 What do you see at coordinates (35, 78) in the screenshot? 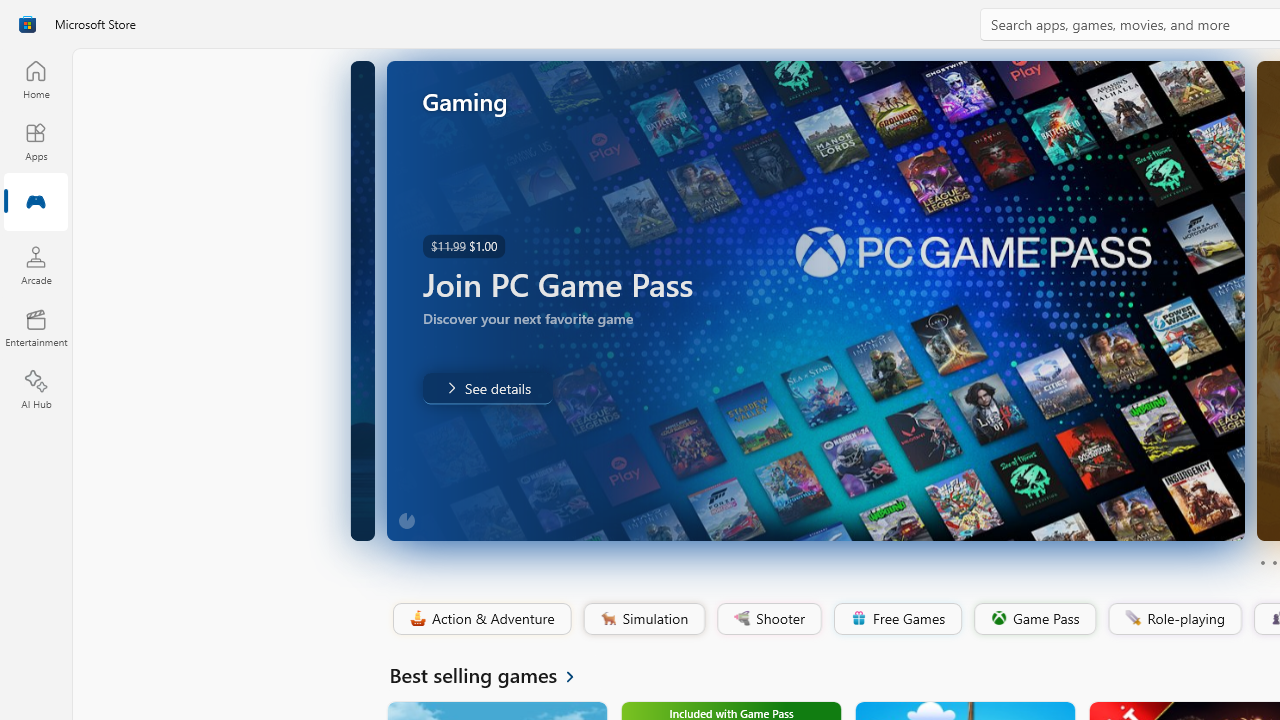
I see `'Home'` at bounding box center [35, 78].